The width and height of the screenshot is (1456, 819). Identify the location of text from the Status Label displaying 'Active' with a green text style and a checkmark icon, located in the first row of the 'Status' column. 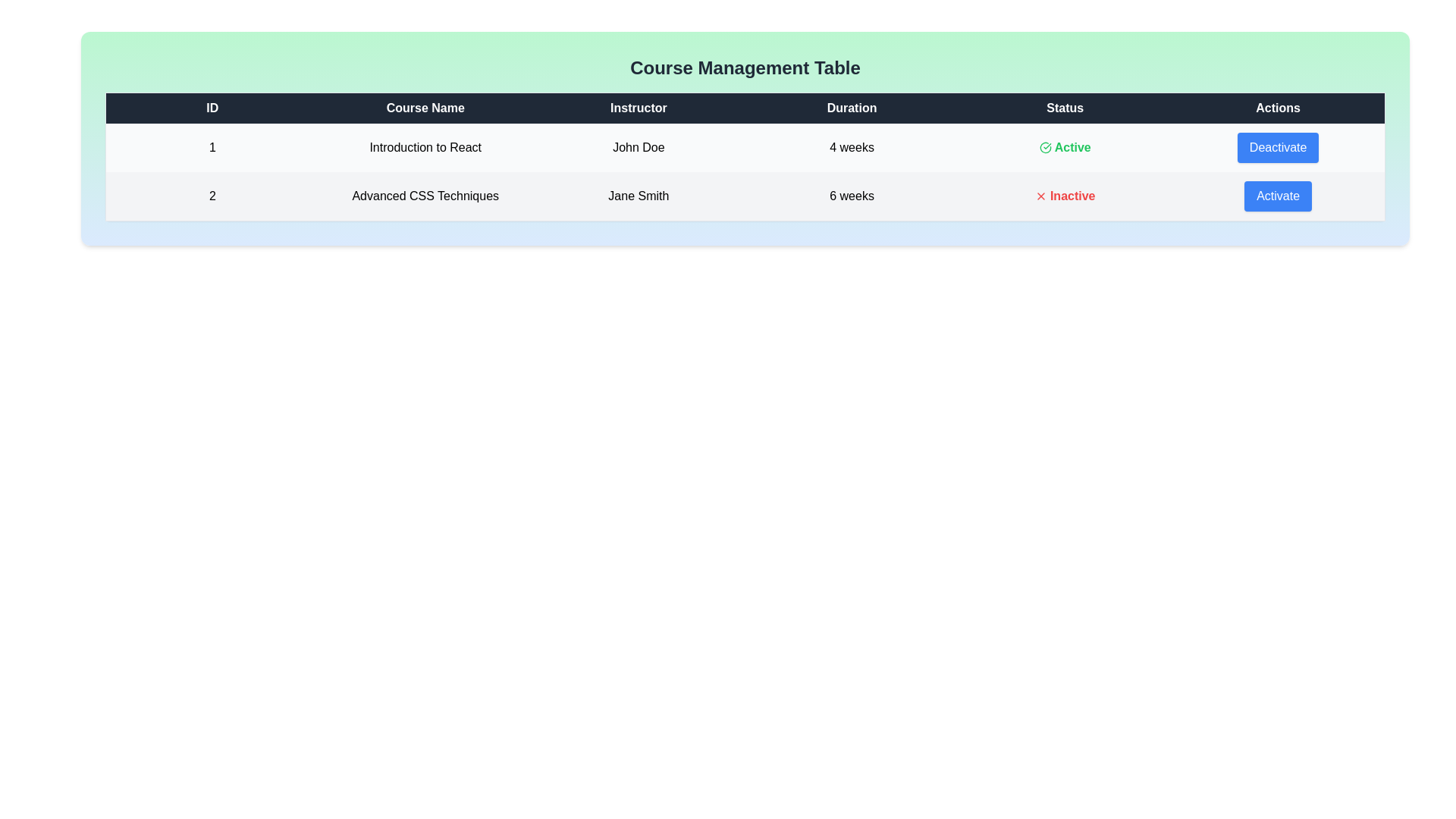
(1064, 148).